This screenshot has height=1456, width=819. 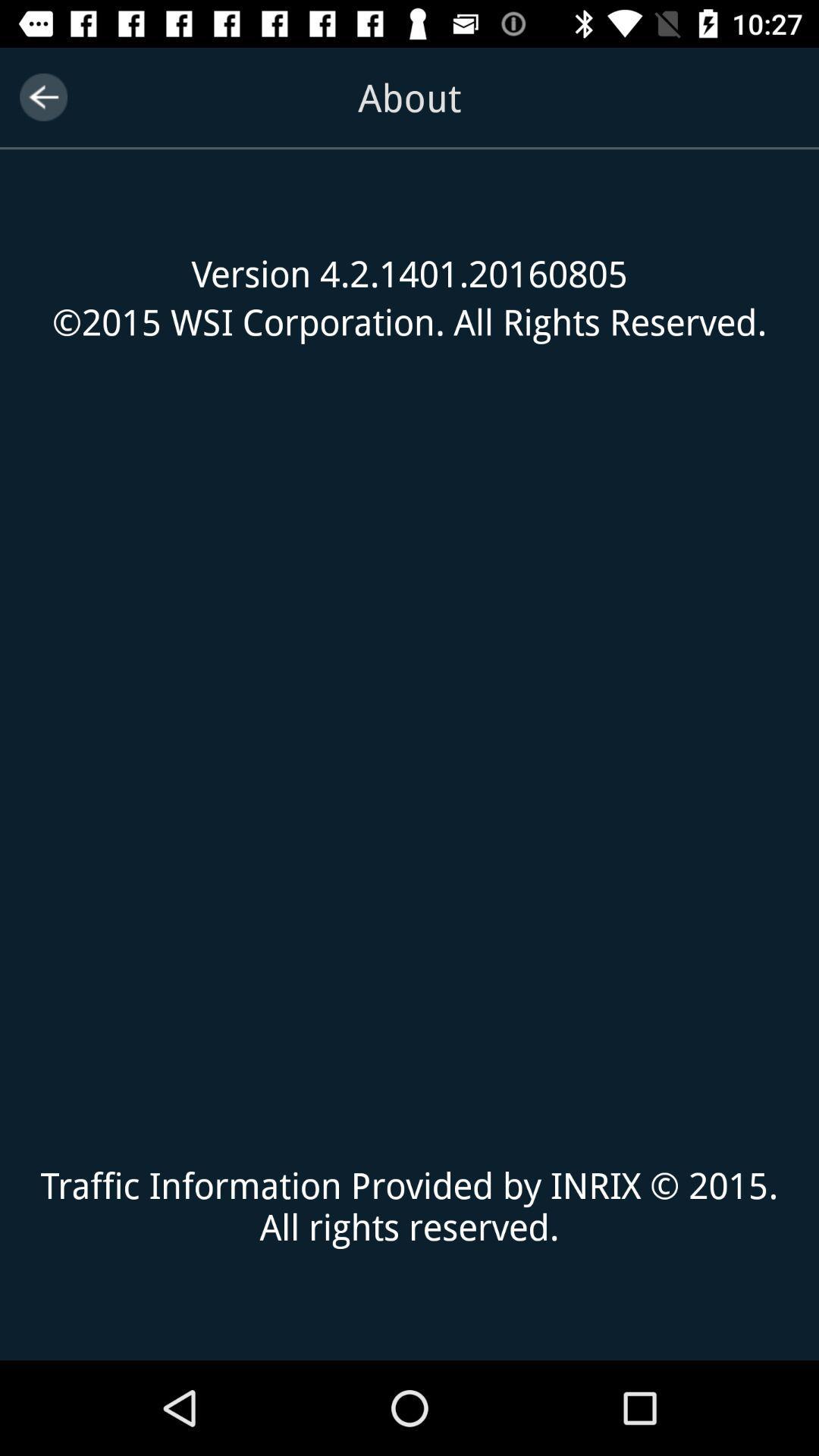 I want to click on the arrow_backward icon, so click(x=42, y=96).